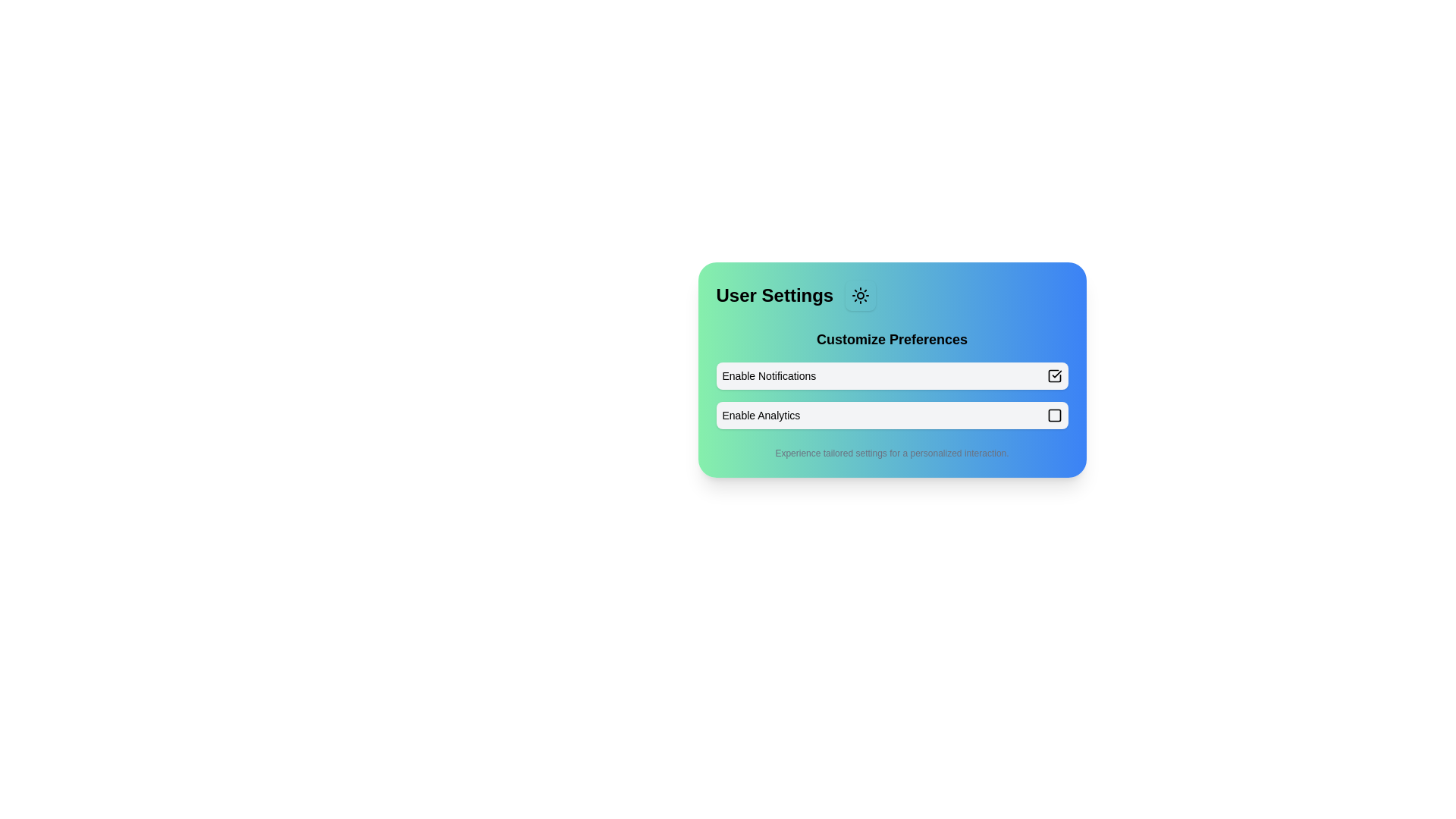 The width and height of the screenshot is (1456, 819). Describe the element at coordinates (1053, 375) in the screenshot. I see `the checkbox for 'Enable Notifications'` at that location.